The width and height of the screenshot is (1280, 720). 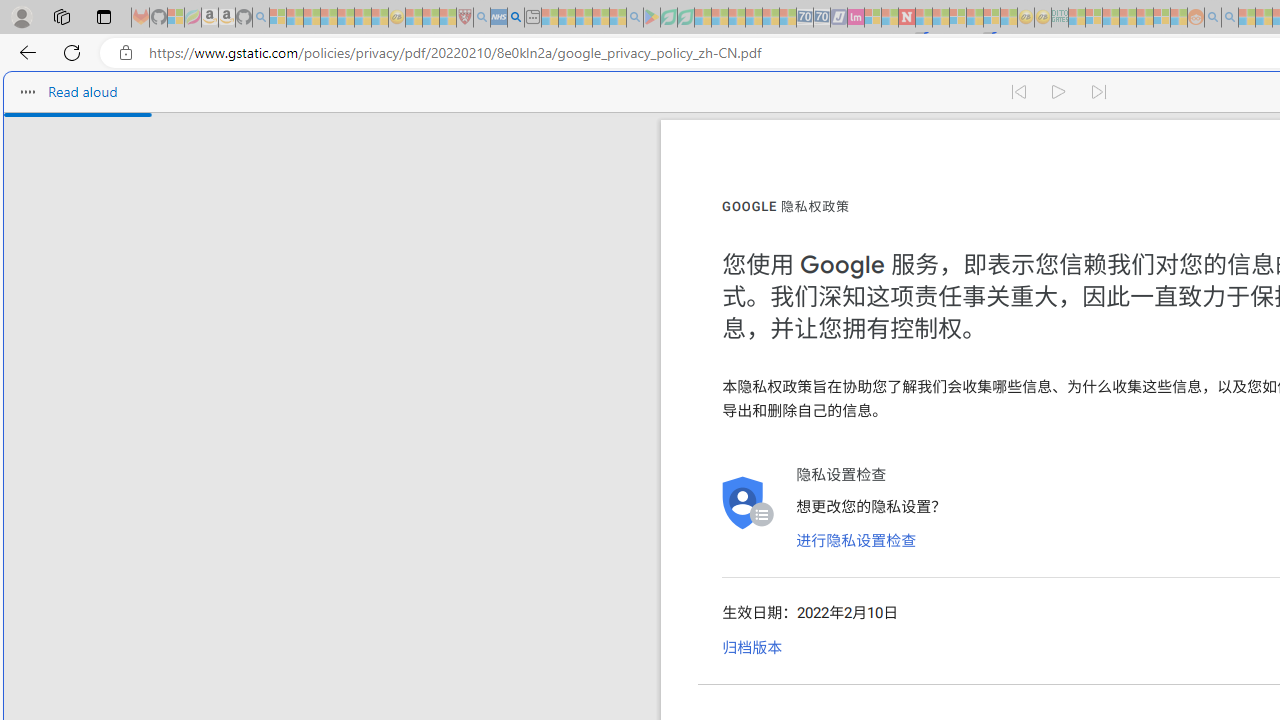 What do you see at coordinates (599, 17) in the screenshot?
I see `'Pets - MSN - Sleeping'` at bounding box center [599, 17].